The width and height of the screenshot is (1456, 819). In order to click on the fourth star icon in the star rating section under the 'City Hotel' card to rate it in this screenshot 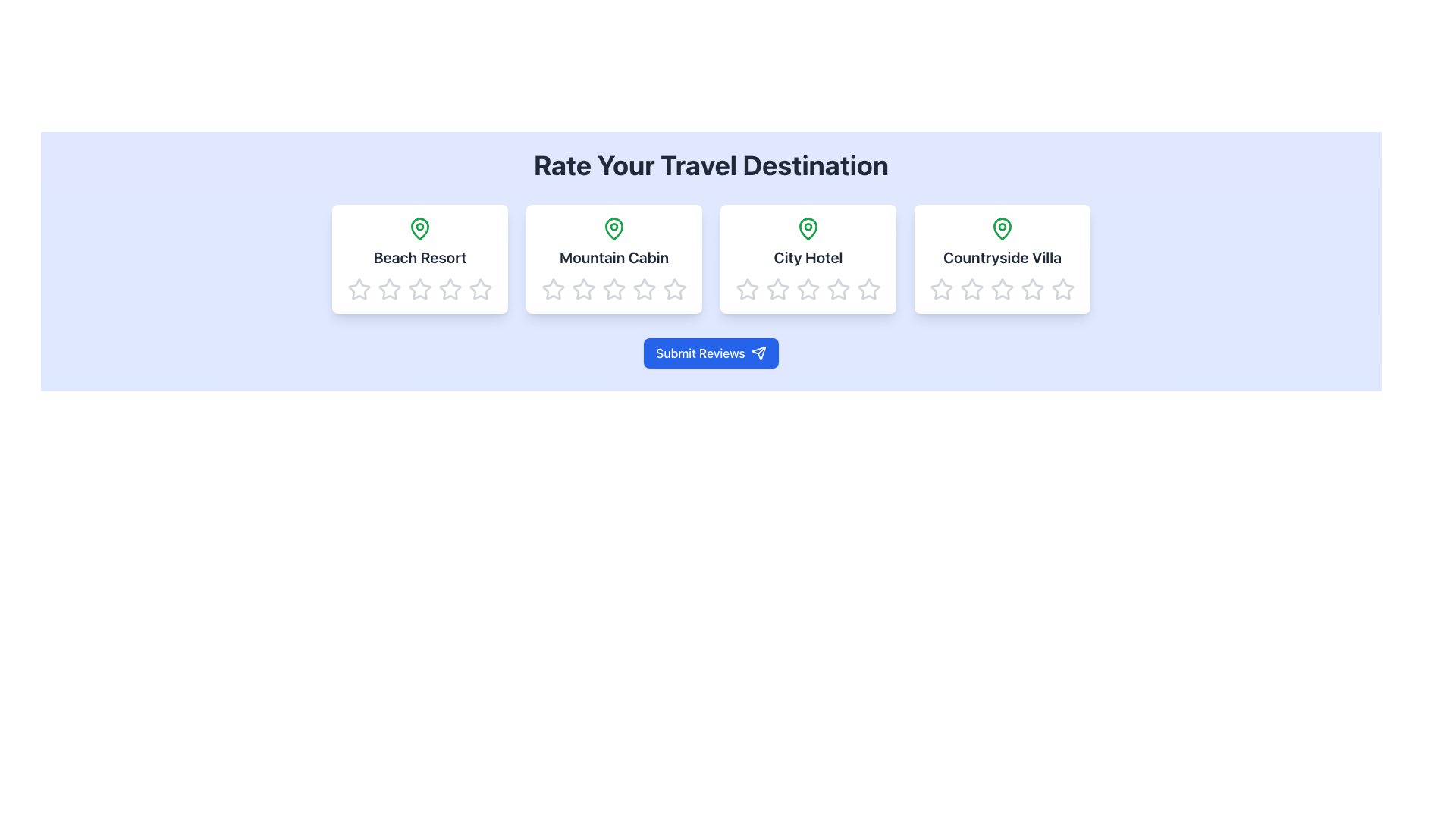, I will do `click(869, 289)`.